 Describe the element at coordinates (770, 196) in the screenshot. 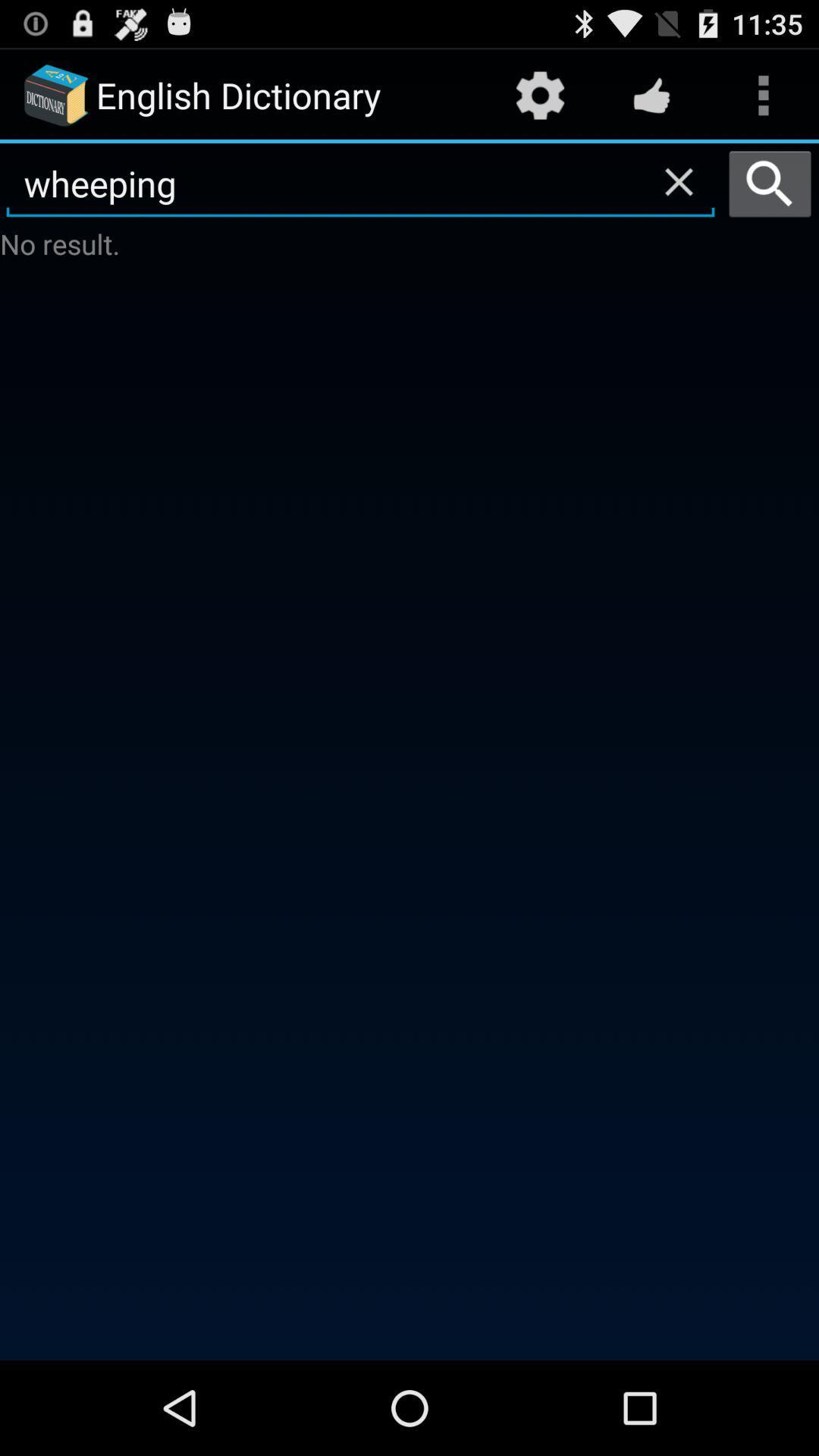

I see `the search icon` at that location.